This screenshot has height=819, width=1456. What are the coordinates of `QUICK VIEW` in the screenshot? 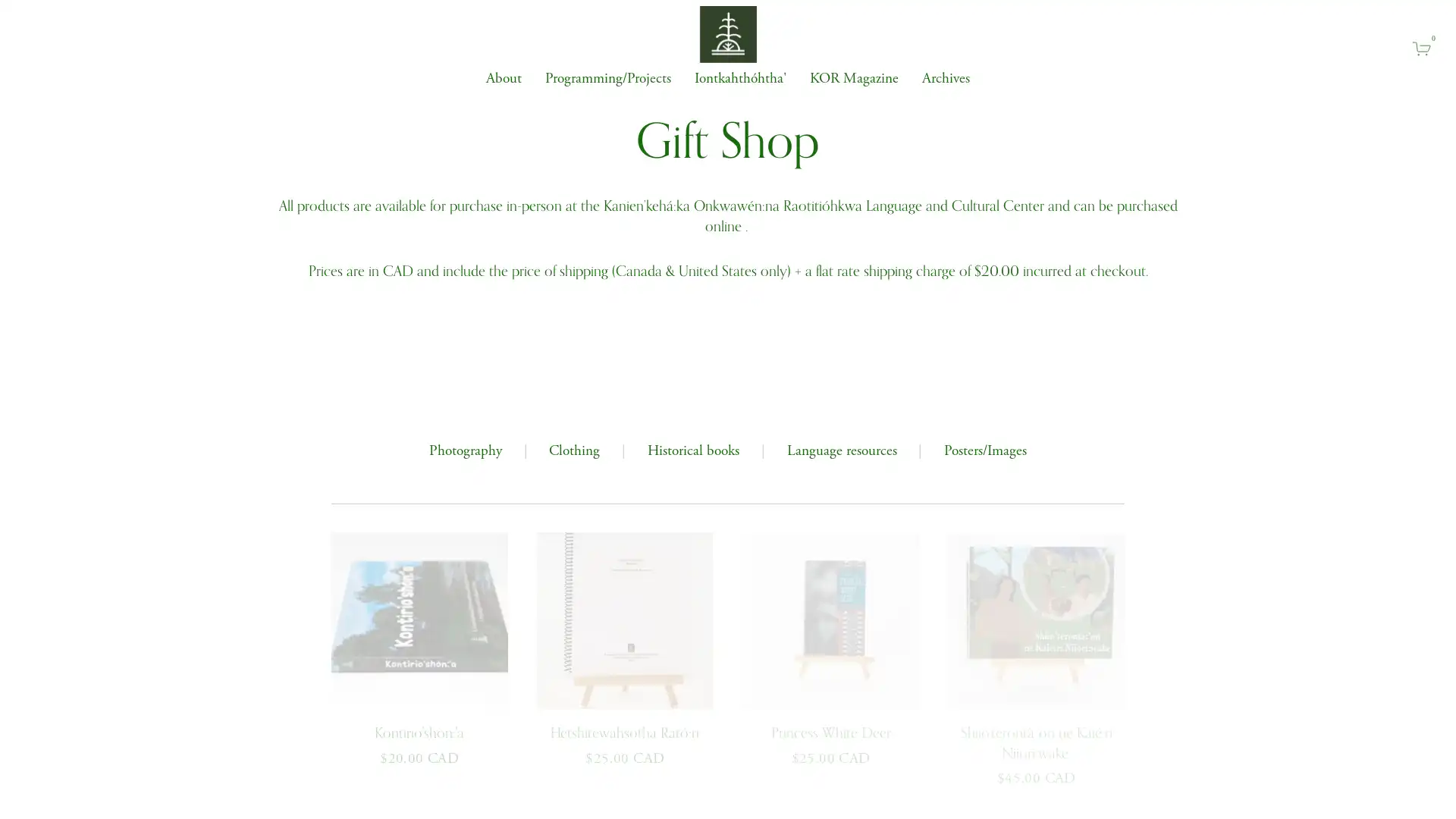 It's located at (1035, 637).